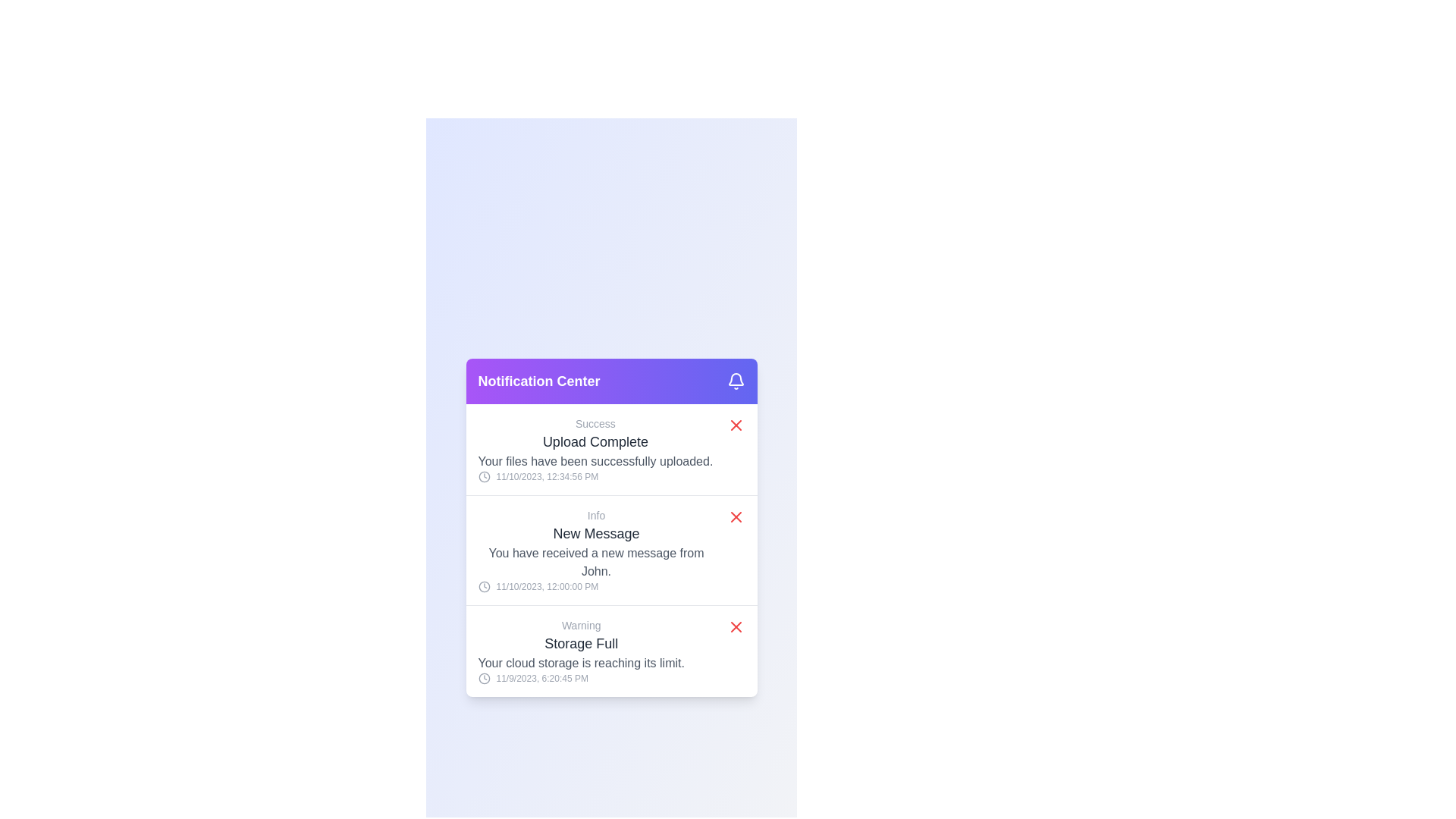 Image resolution: width=1456 pixels, height=819 pixels. I want to click on the 'Warning' text label, which is styled in a small gray font and is positioned at the top of the notification block, directly above the title 'Storage Full', so click(580, 626).